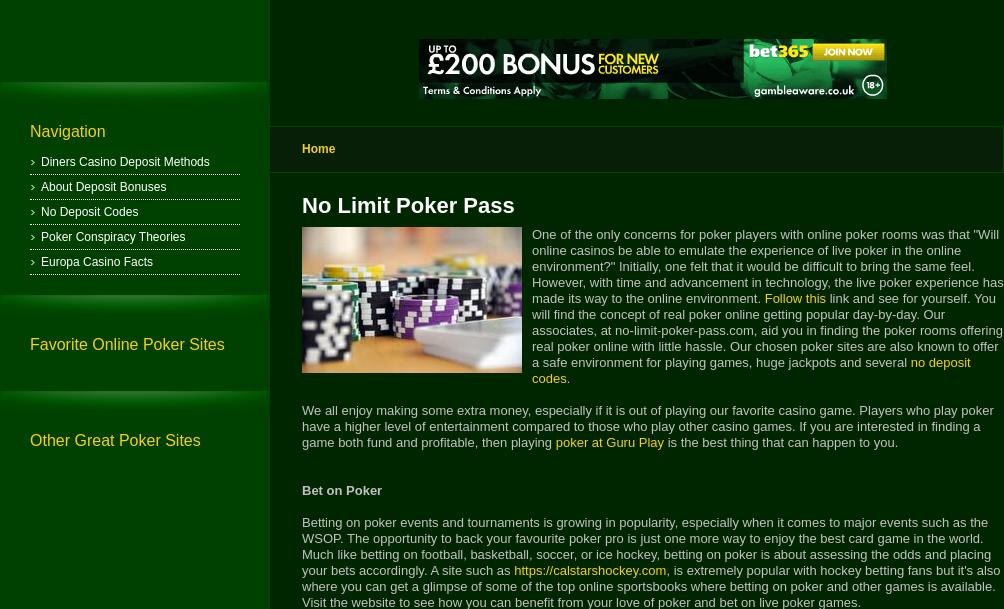 The height and width of the screenshot is (609, 1004). I want to click on 'link and see for yourself. You will find the concept of real poker online getting popular day-by-day. Our associates, at no-limit-poker-pass.com, aid you in finding the poker rooms offering real poker online with little hassle. Our chosen poker sites are also known to offer a safe environment for playing games, huge jackpots and several', so click(766, 329).